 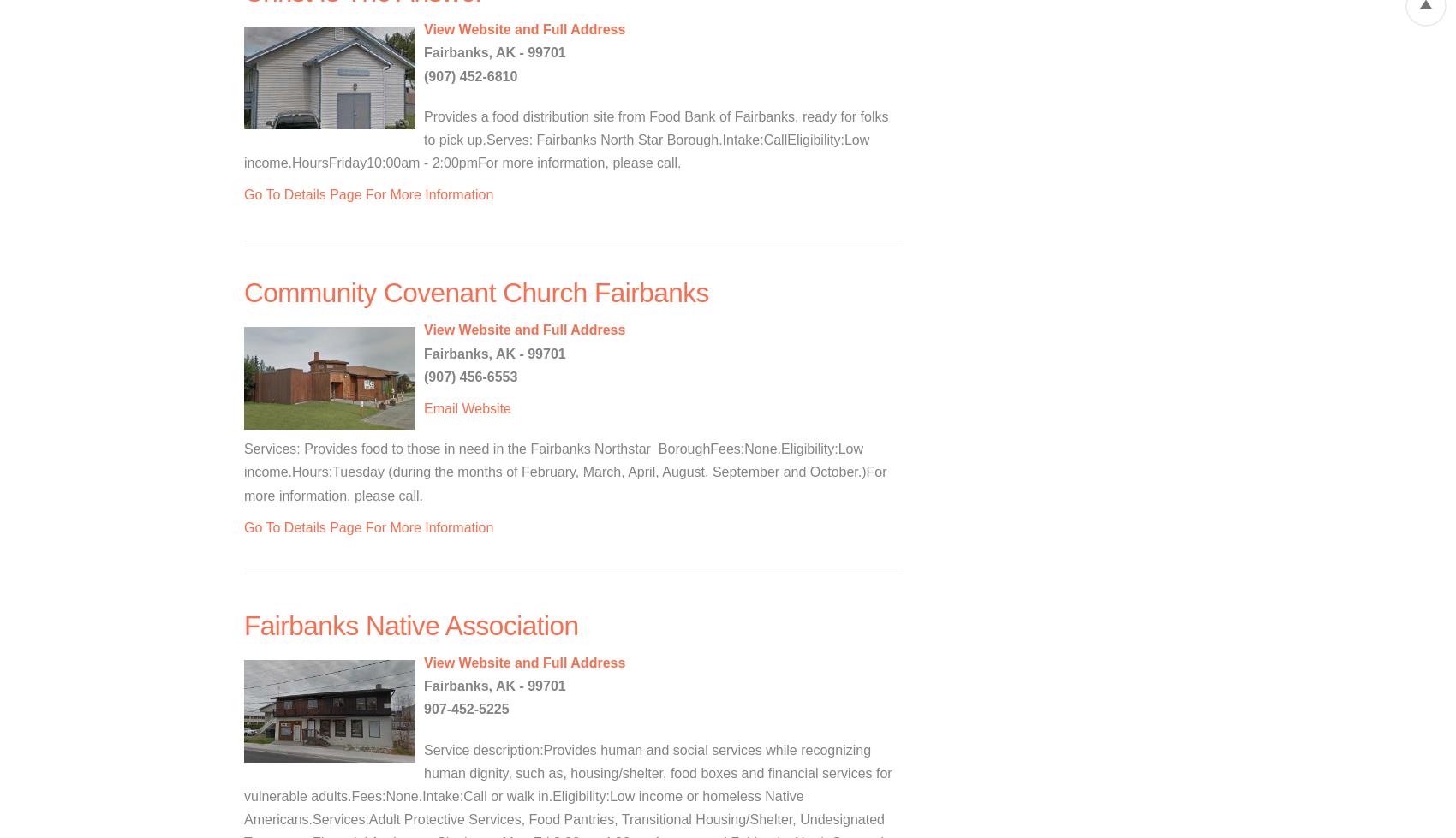 What do you see at coordinates (469, 376) in the screenshot?
I see `'(907) 456-6553'` at bounding box center [469, 376].